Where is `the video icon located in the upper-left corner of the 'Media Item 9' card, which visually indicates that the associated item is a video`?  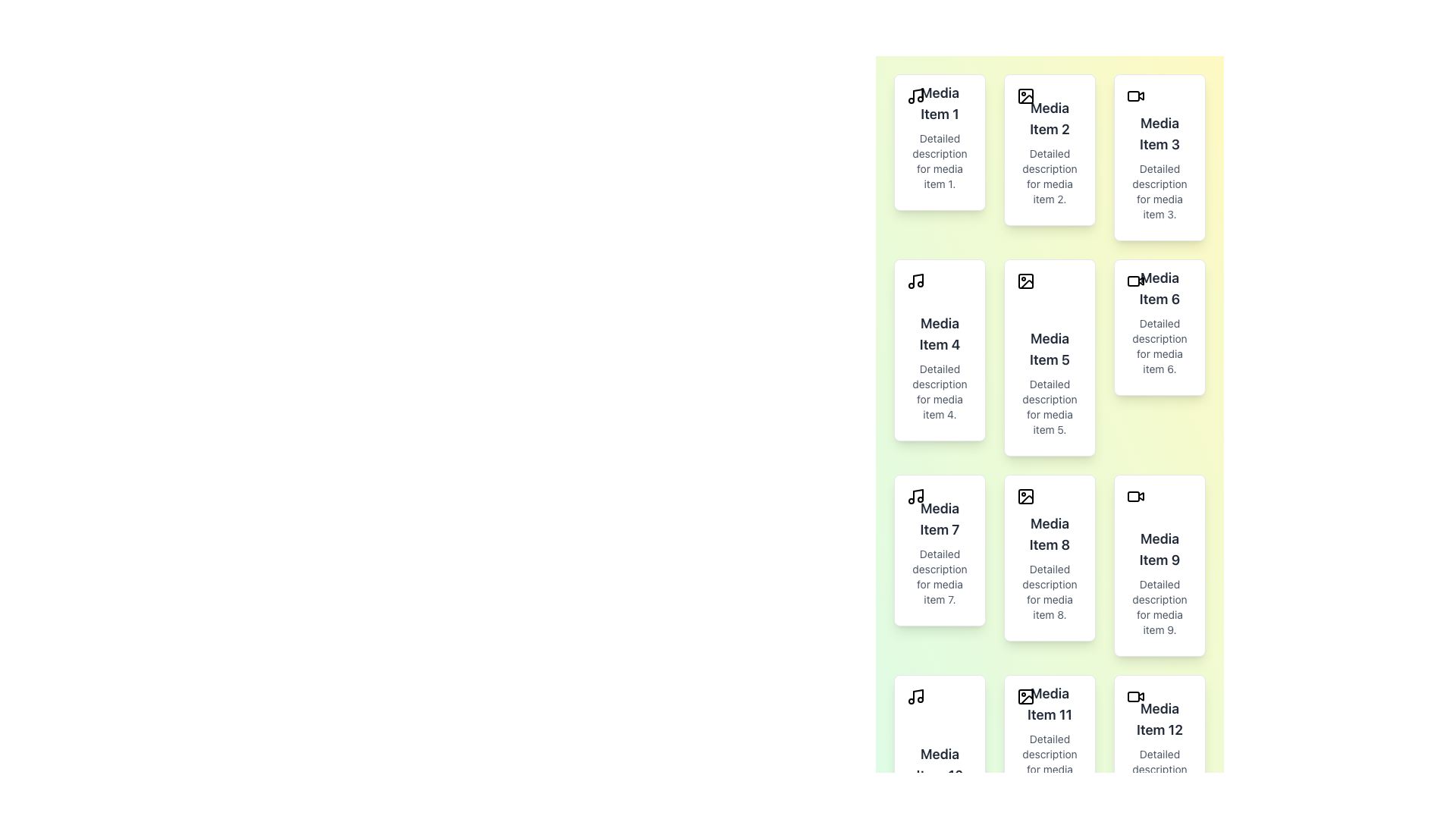
the video icon located in the upper-left corner of the 'Media Item 9' card, which visually indicates that the associated item is a video is located at coordinates (1135, 497).